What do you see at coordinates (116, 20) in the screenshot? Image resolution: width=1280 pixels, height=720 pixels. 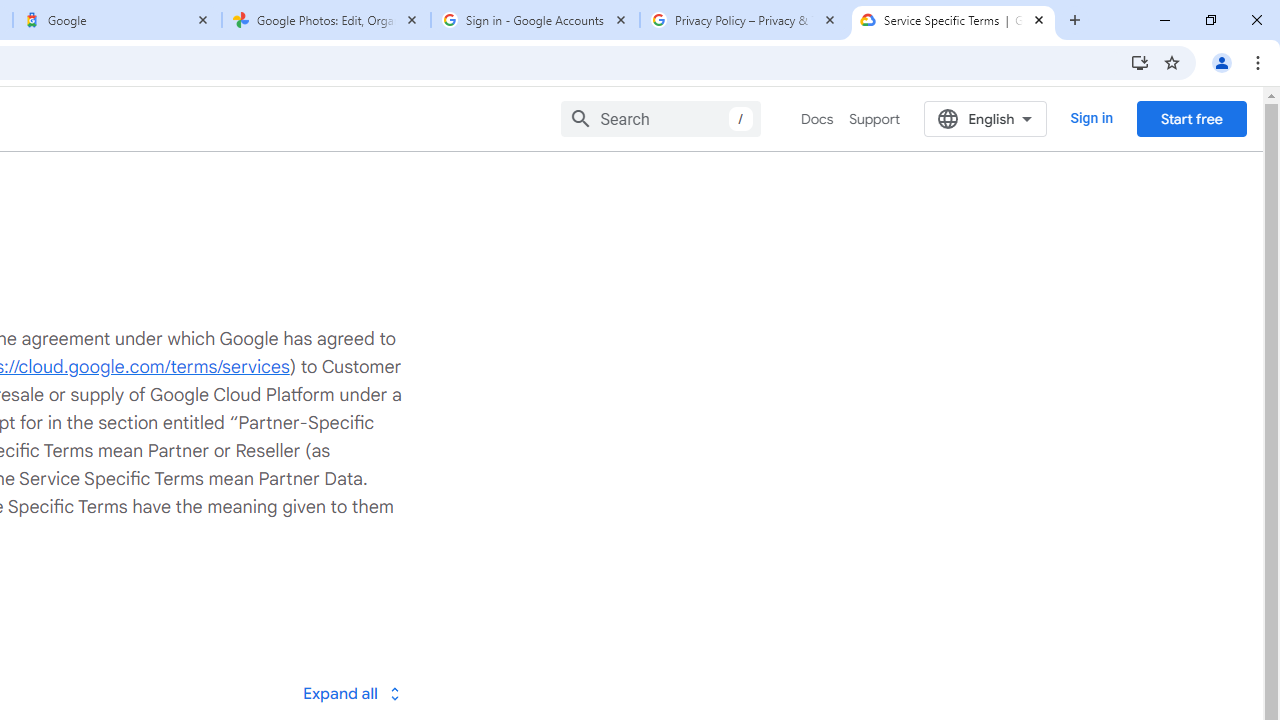 I see `'Google'` at bounding box center [116, 20].